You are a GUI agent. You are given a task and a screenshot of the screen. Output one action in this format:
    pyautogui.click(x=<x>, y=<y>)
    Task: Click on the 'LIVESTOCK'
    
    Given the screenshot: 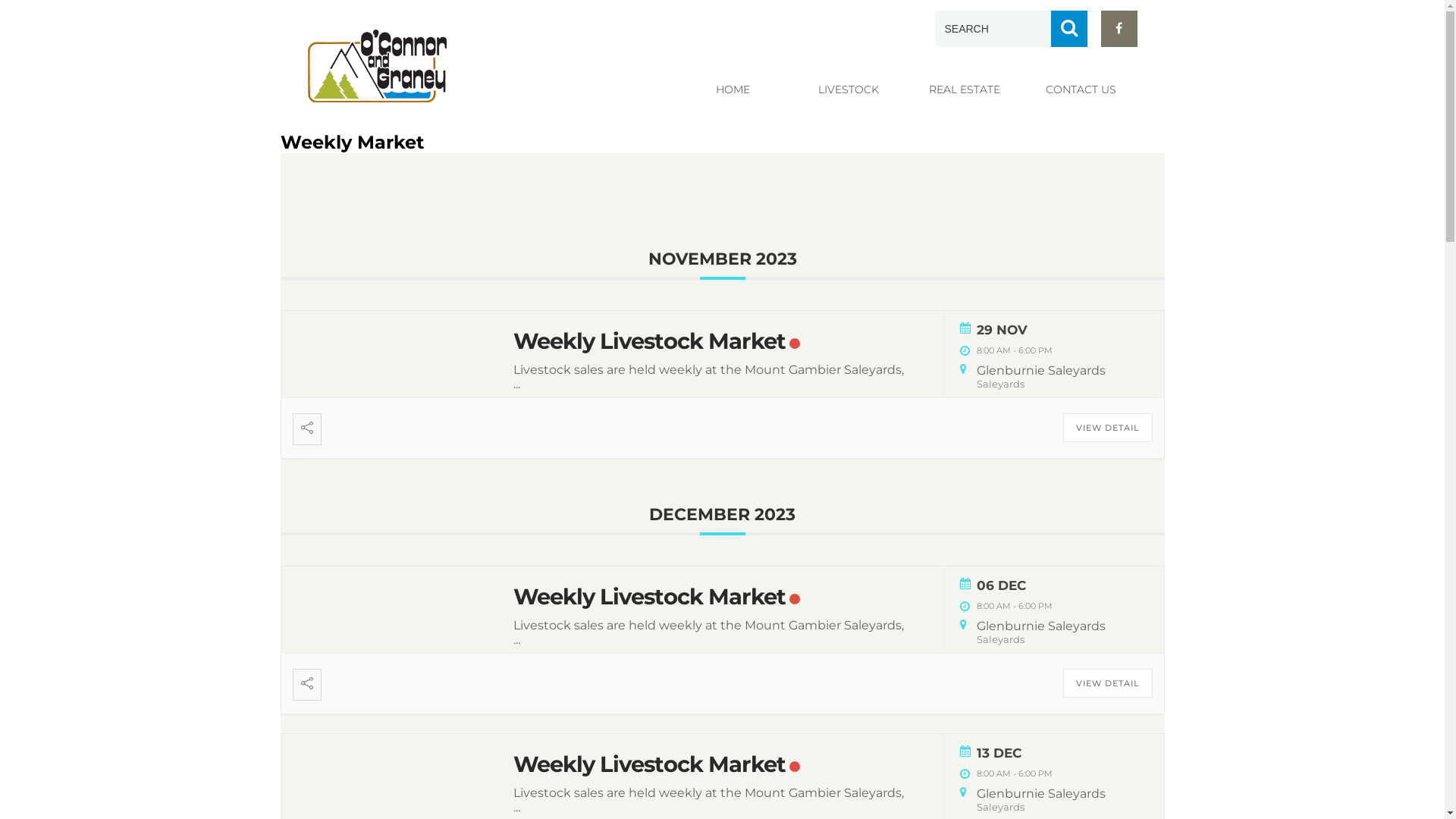 What is the action you would take?
    pyautogui.click(x=847, y=89)
    